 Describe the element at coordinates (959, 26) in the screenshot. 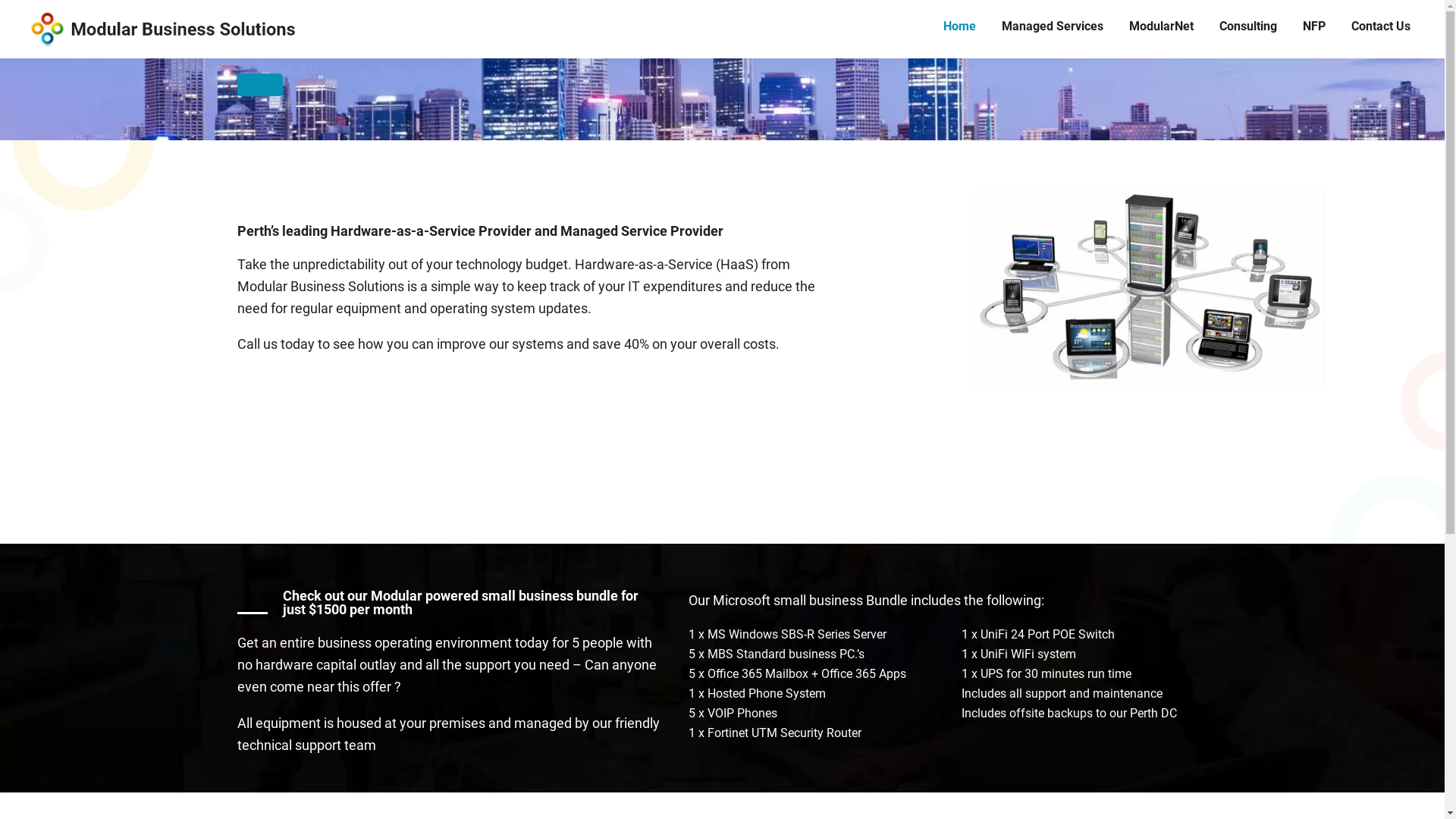

I see `'Home'` at that location.